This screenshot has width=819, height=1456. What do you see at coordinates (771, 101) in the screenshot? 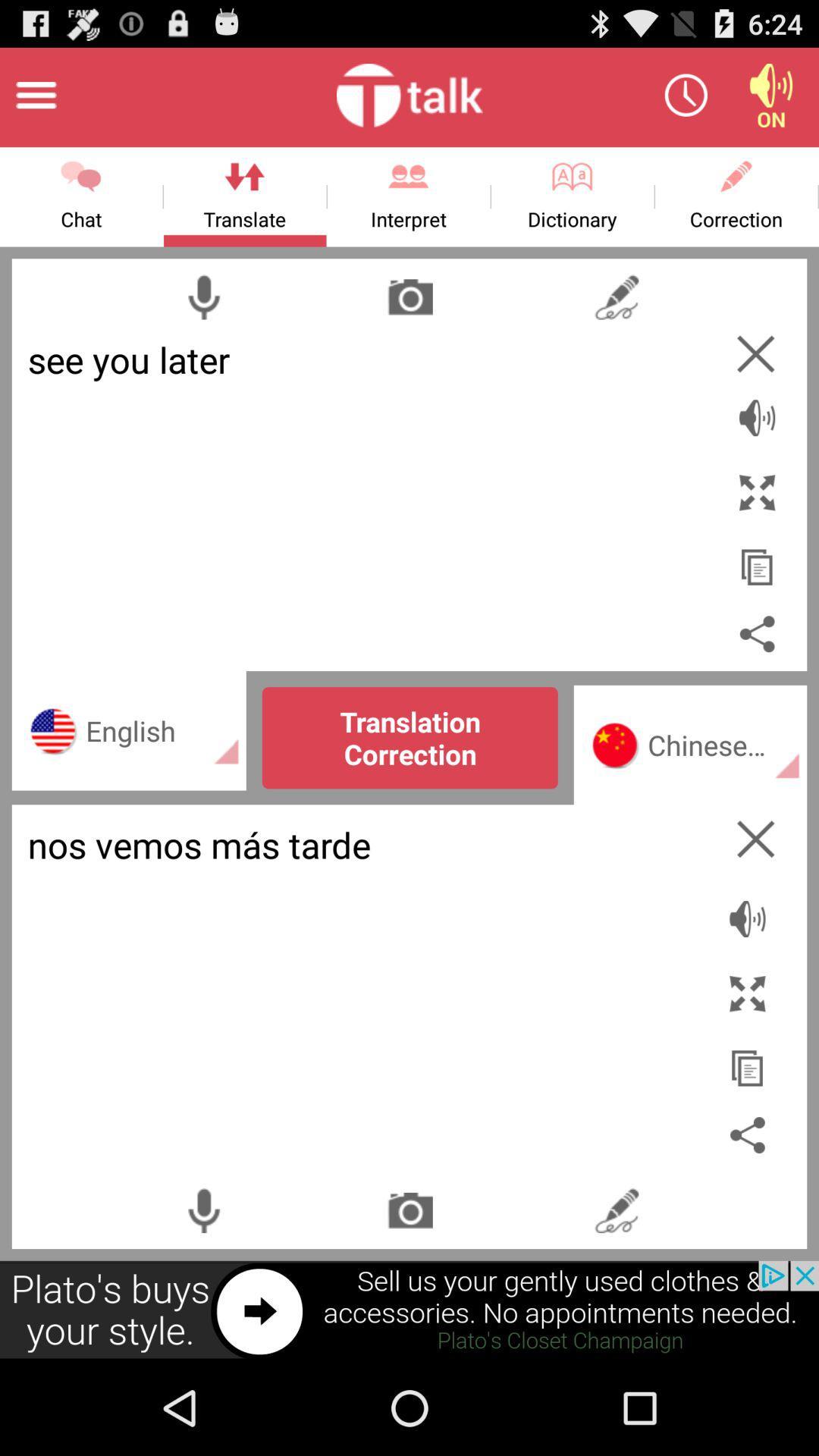
I see `the volume icon` at bounding box center [771, 101].